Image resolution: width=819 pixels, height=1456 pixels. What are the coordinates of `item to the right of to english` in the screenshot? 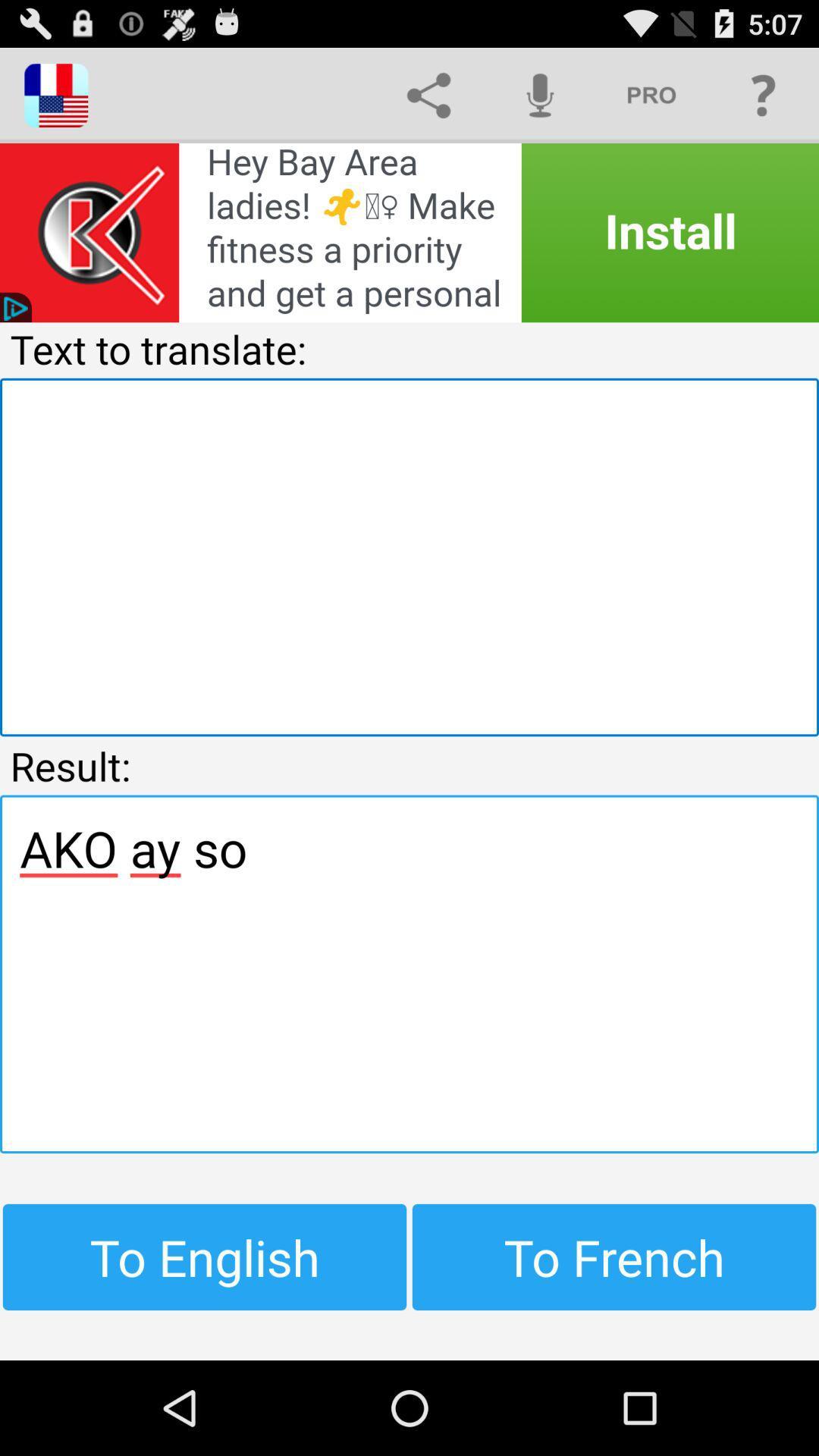 It's located at (614, 1257).